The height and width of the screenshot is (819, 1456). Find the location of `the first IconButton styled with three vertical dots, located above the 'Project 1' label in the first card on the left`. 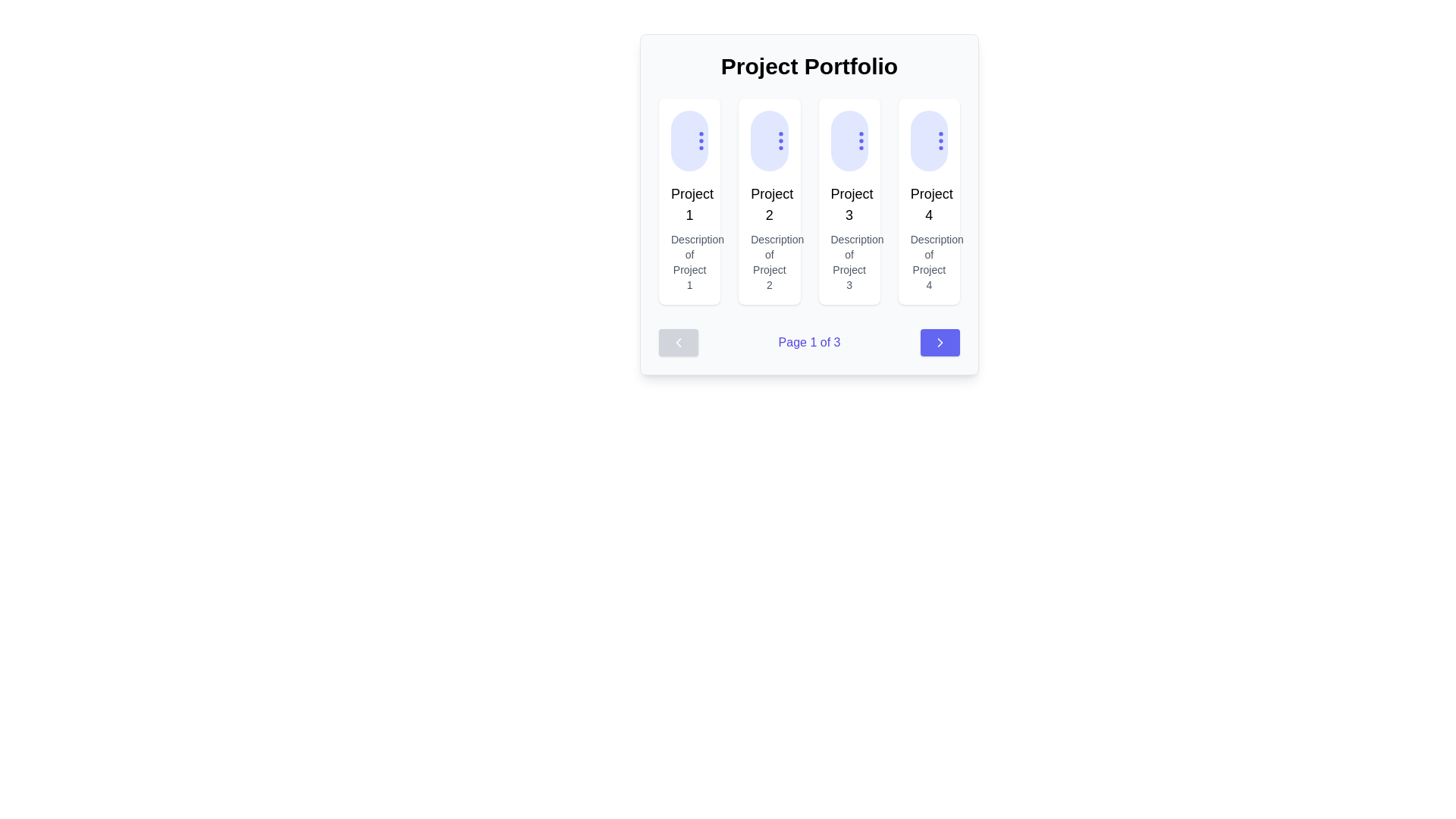

the first IconButton styled with three vertical dots, located above the 'Project 1' label in the first card on the left is located at coordinates (701, 140).